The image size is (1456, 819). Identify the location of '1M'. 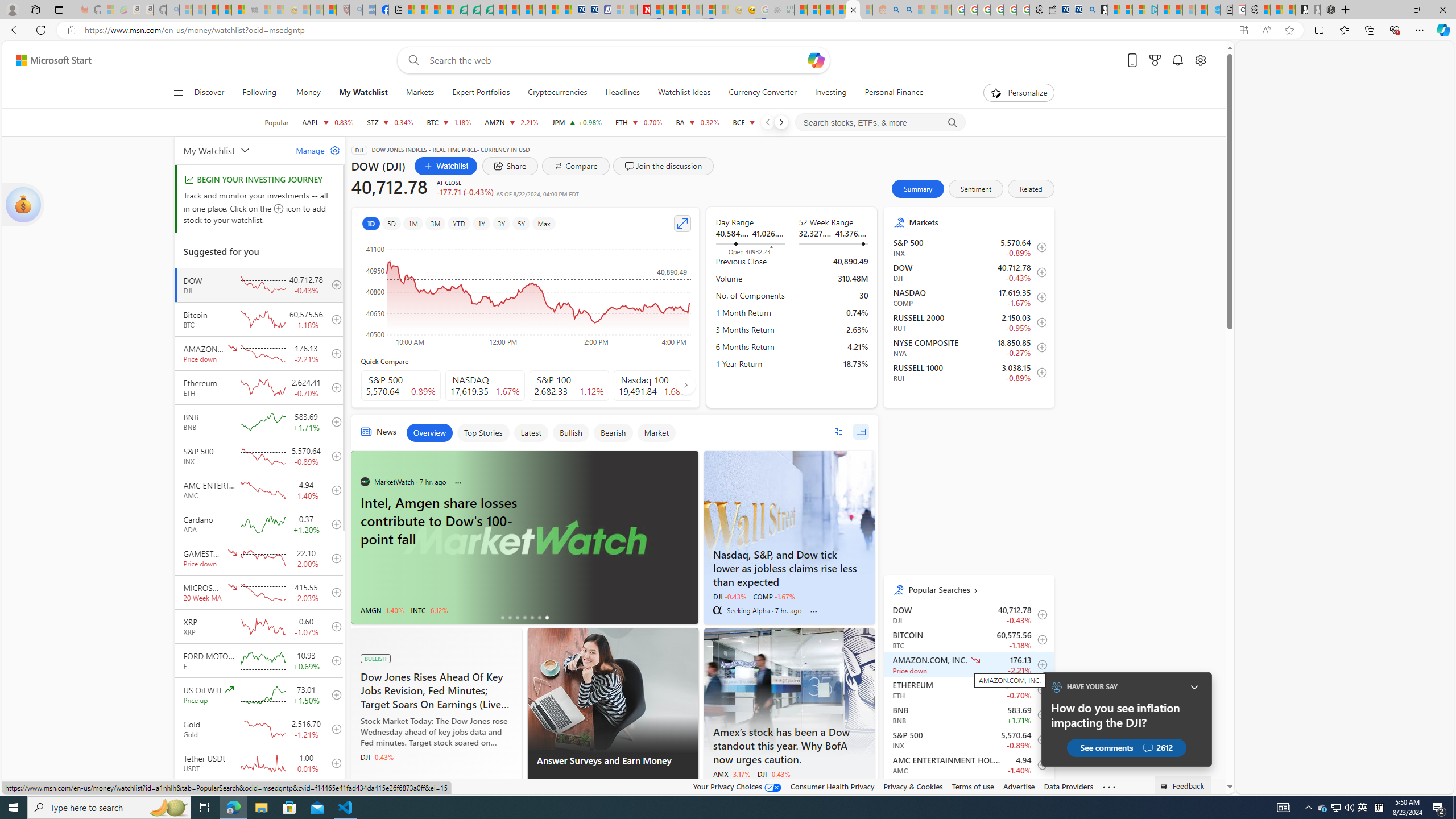
(413, 223).